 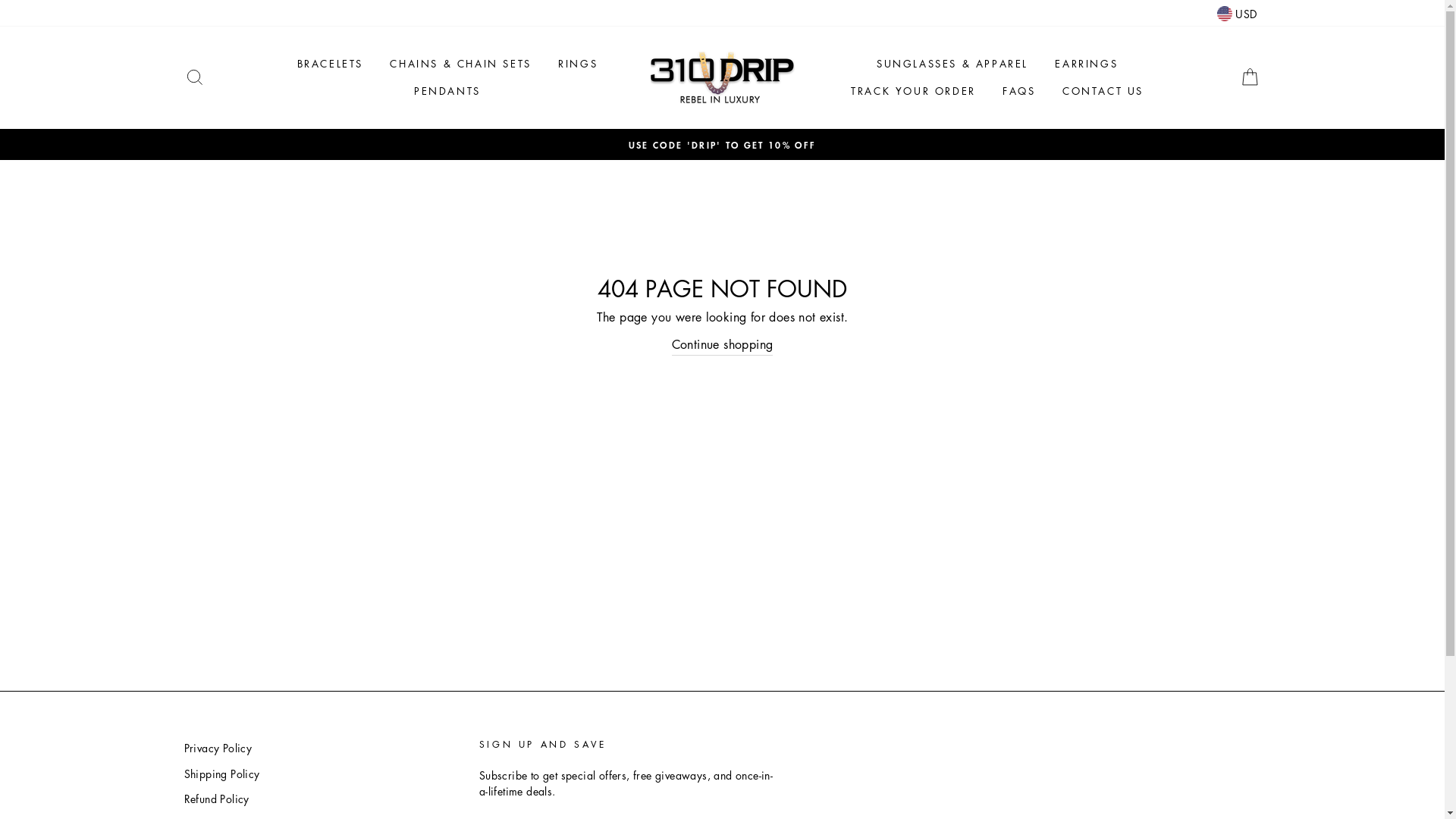 What do you see at coordinates (378, 63) in the screenshot?
I see `'CHAINS & CHAIN SETS'` at bounding box center [378, 63].